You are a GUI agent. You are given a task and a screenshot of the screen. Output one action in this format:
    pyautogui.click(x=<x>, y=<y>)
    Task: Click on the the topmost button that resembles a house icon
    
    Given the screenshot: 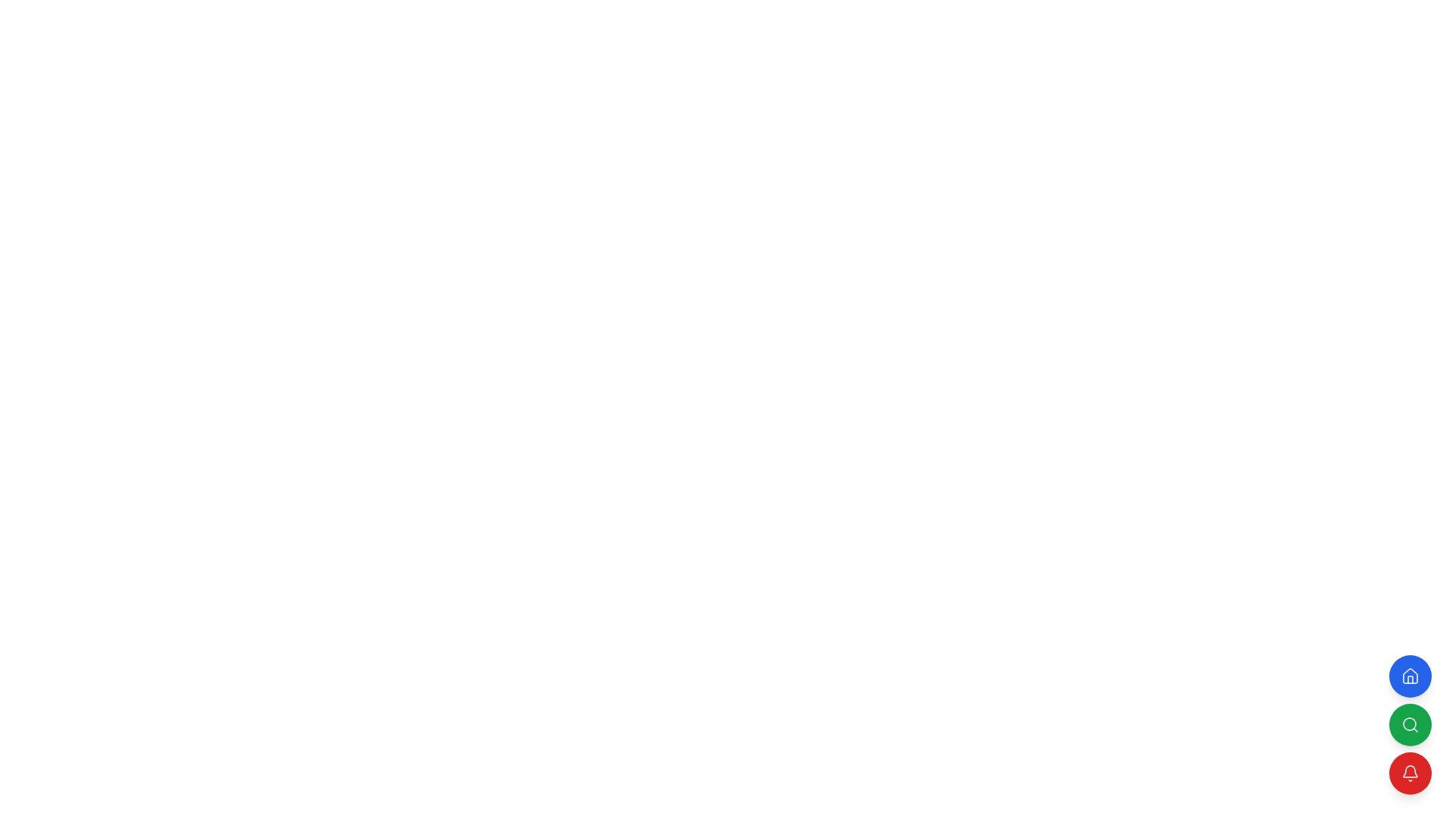 What is the action you would take?
    pyautogui.click(x=1410, y=679)
    